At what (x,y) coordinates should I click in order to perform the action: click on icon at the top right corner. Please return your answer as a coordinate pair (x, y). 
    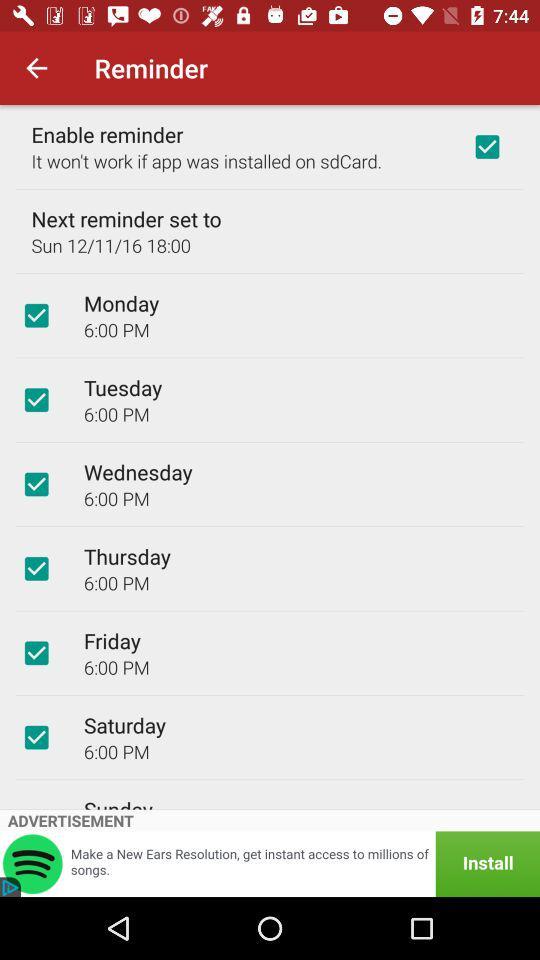
    Looking at the image, I should click on (486, 145).